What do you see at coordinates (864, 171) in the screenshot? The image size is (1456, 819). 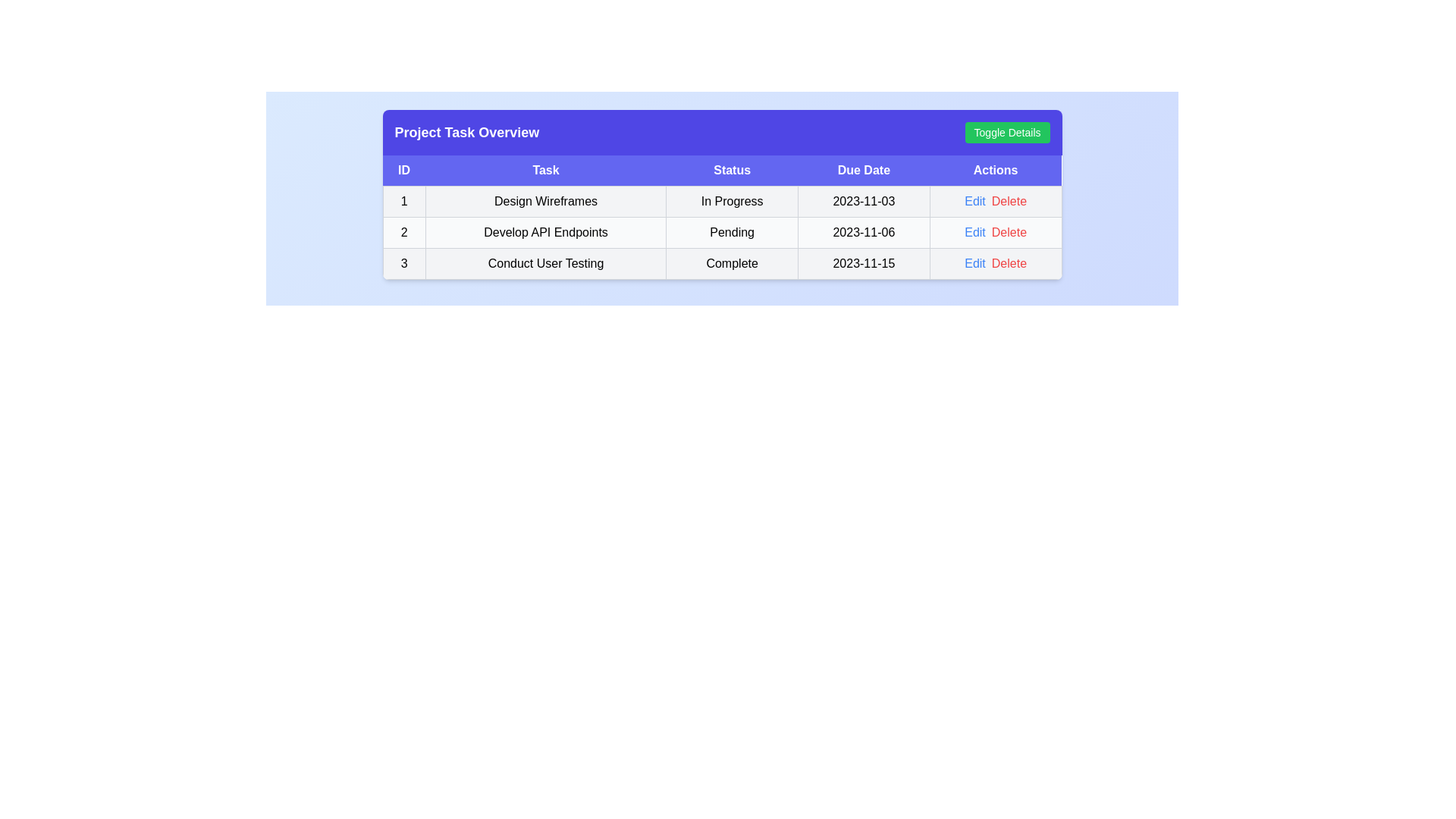 I see `the table header labeled Due Date to sort the tasks` at bounding box center [864, 171].